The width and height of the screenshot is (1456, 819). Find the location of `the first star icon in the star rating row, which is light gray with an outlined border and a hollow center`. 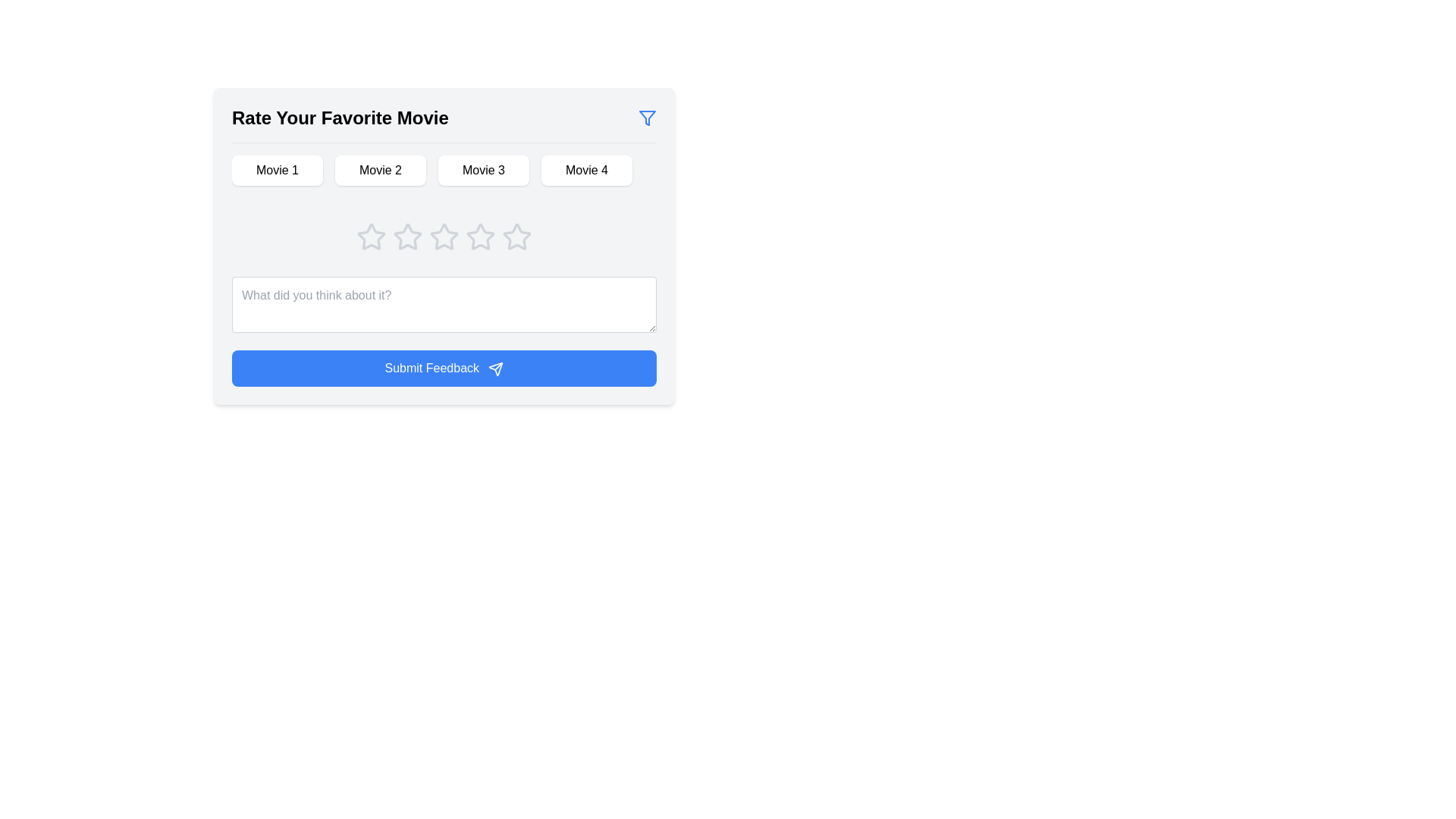

the first star icon in the star rating row, which is light gray with an outlined border and a hollow center is located at coordinates (407, 237).